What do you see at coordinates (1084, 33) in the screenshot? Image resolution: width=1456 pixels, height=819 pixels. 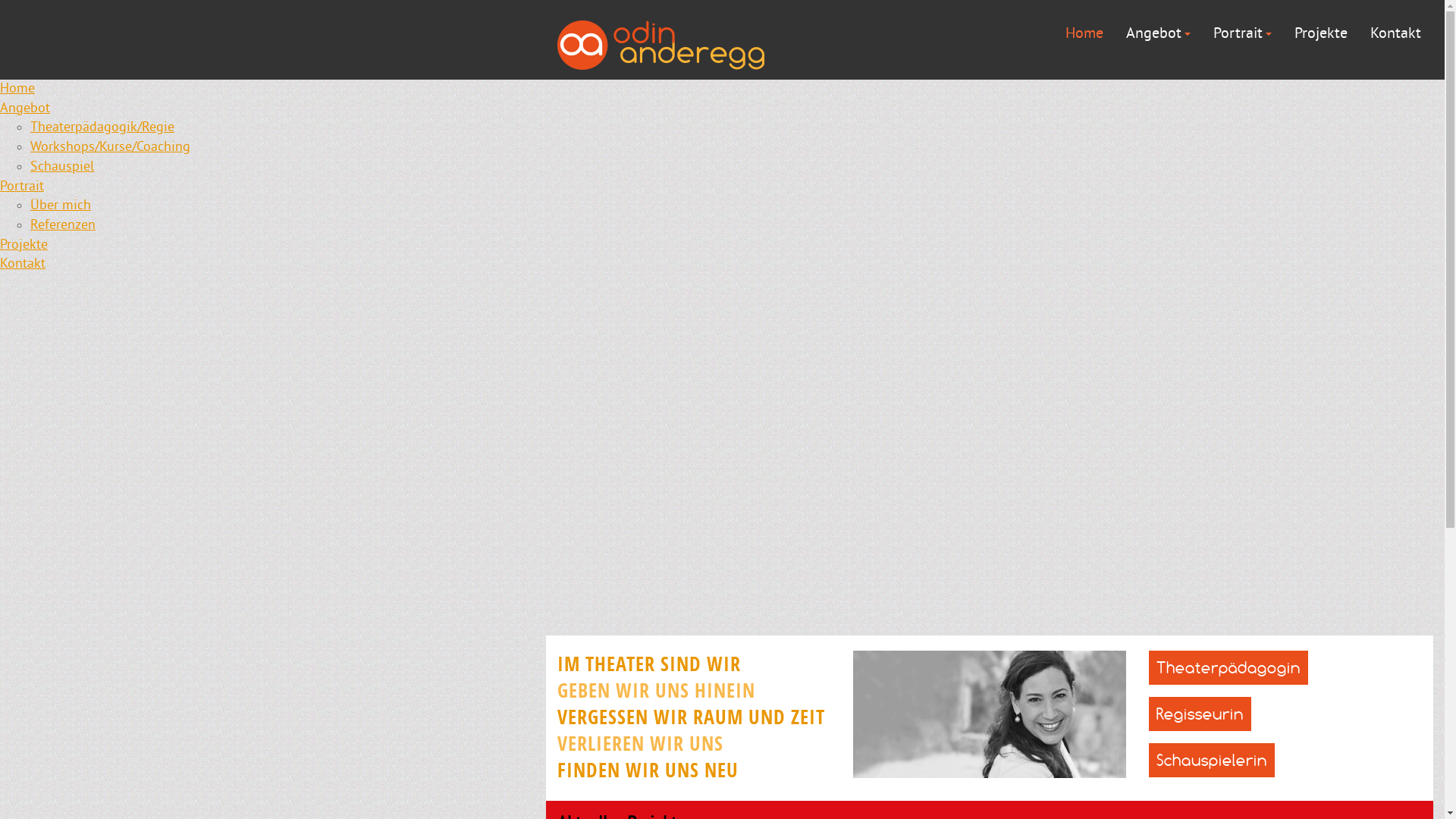 I see `'Home'` at bounding box center [1084, 33].